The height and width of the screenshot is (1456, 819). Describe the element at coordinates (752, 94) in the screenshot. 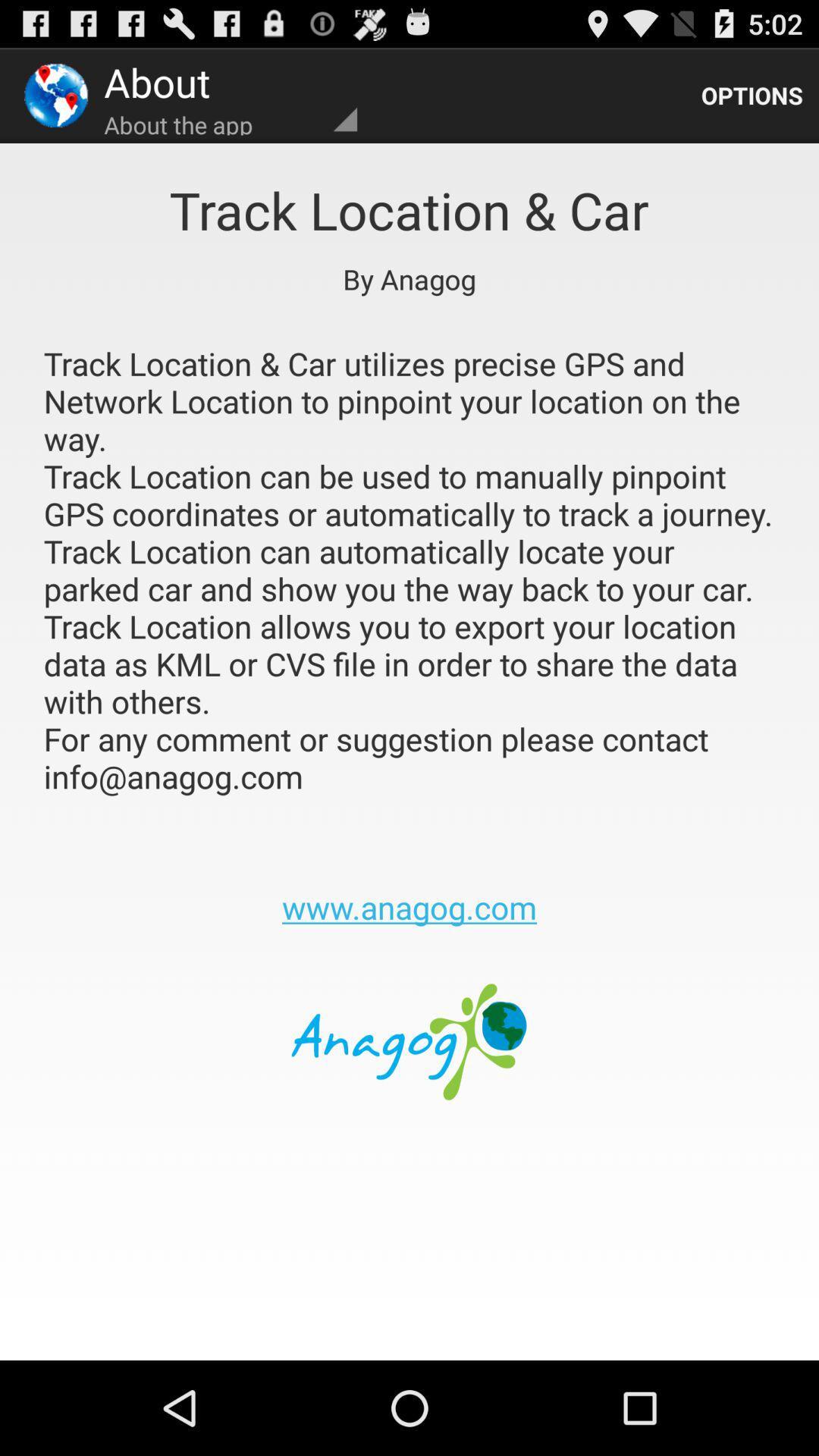

I see `the app next to the about the app app` at that location.